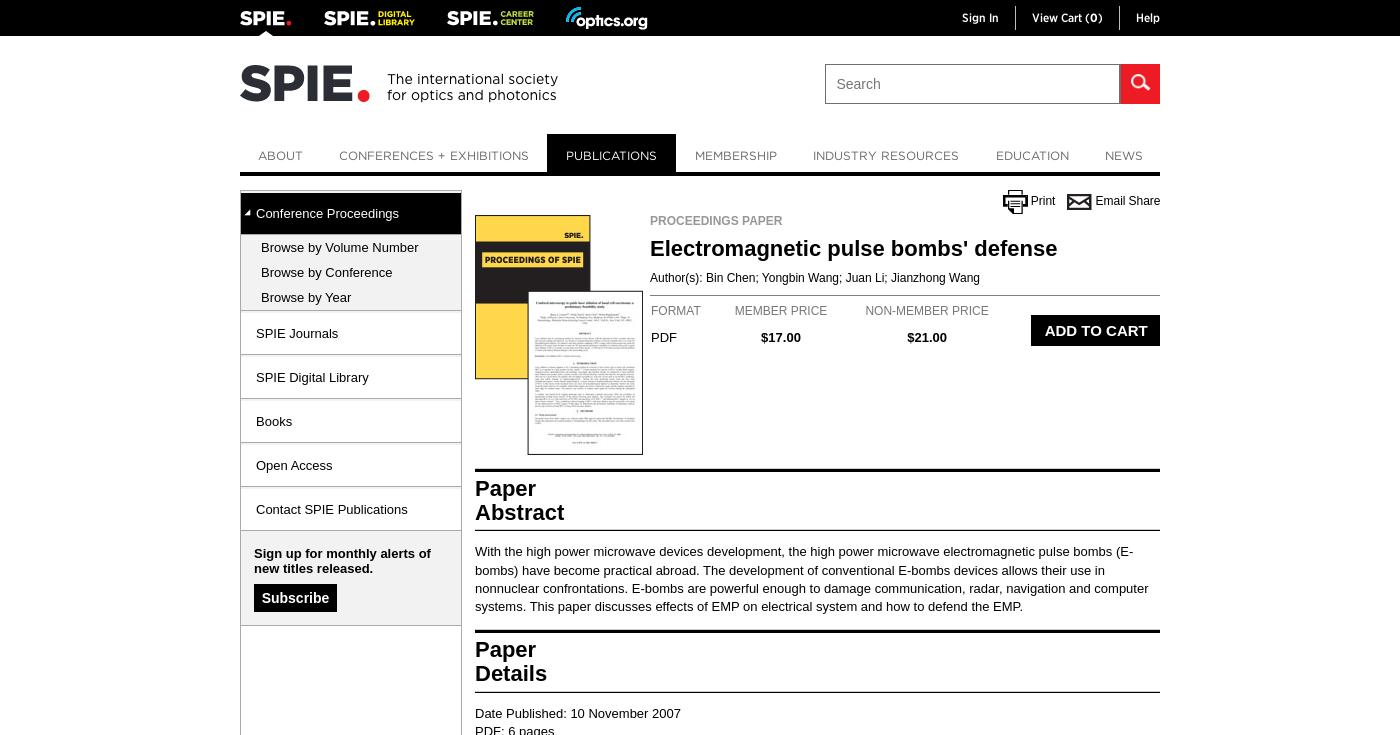 This screenshot has height=735, width=1400. Describe the element at coordinates (256, 332) in the screenshot. I see `'SPIE Journals'` at that location.